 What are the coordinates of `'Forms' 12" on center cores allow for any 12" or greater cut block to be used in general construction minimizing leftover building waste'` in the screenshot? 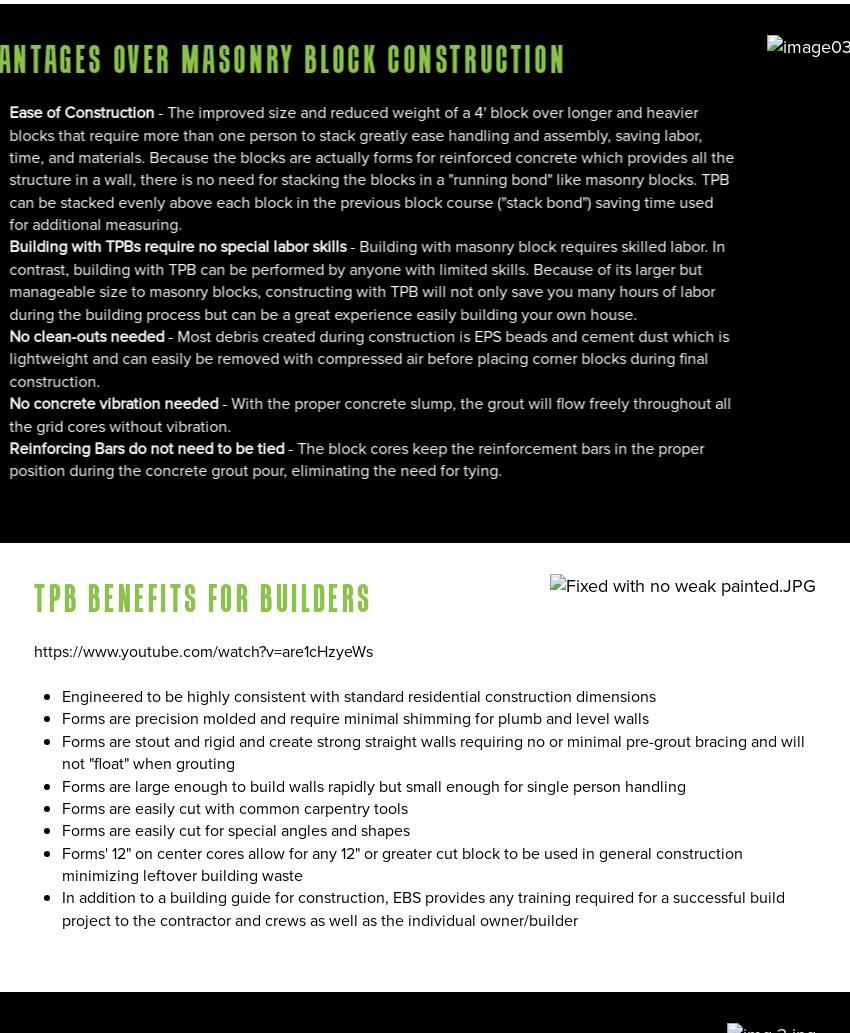 It's located at (402, 863).